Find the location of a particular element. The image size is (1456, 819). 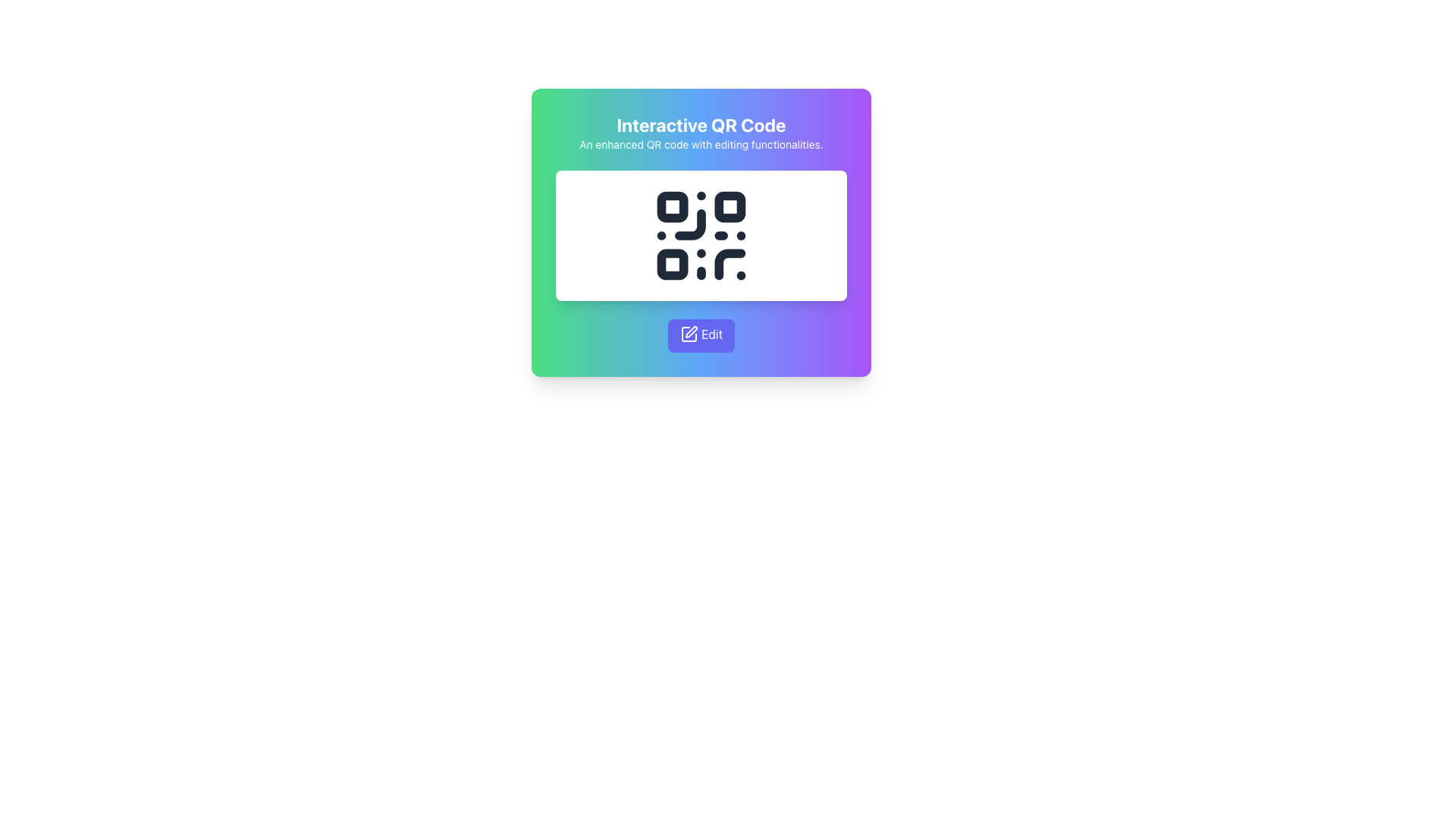

text content of the label that says 'An enhanced QR code with editing functionalities.' which is styled in a smaller font size and centered below the header 'Interactive QR Code.' is located at coordinates (701, 145).